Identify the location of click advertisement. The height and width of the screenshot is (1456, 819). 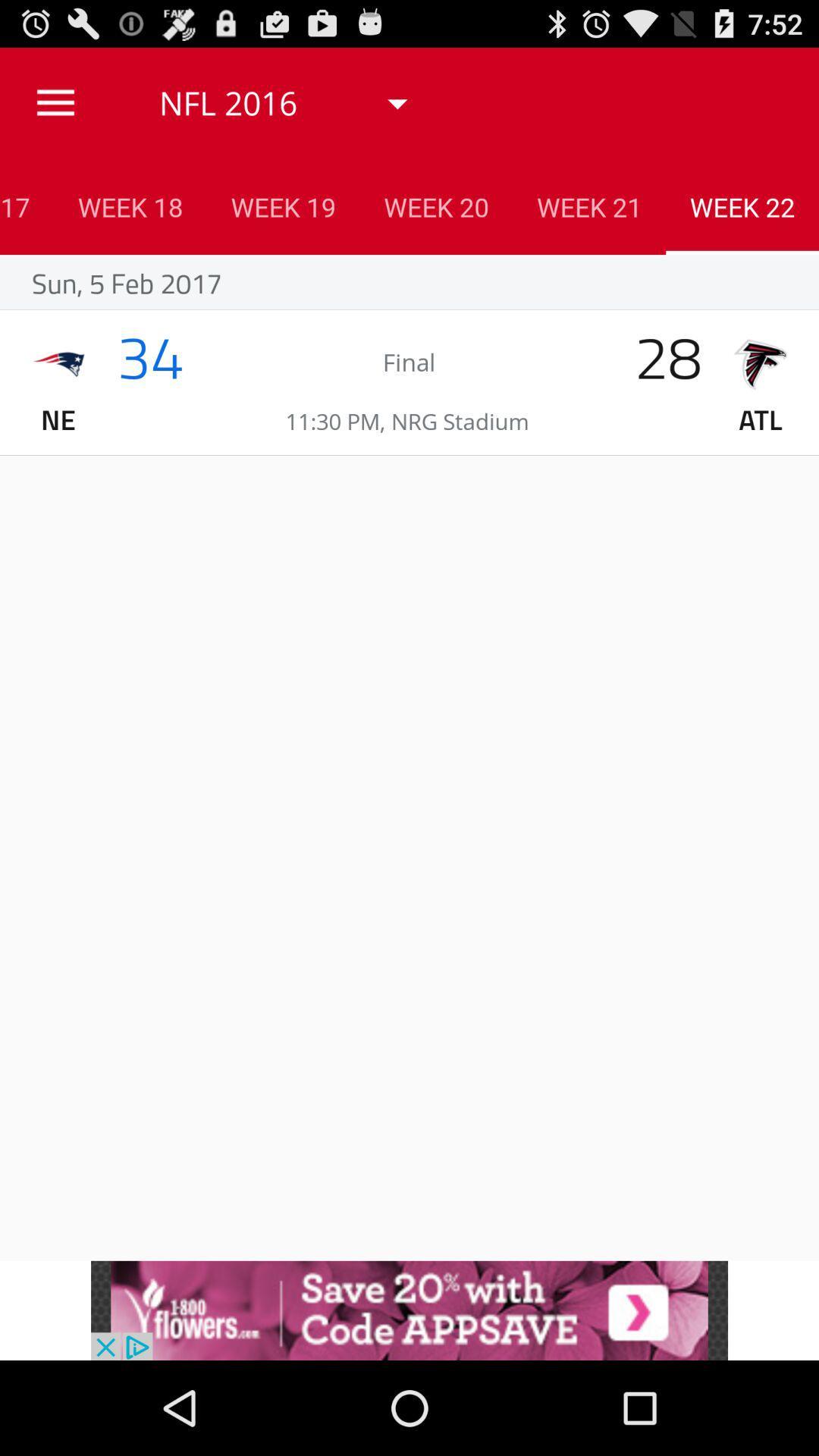
(409, 1310).